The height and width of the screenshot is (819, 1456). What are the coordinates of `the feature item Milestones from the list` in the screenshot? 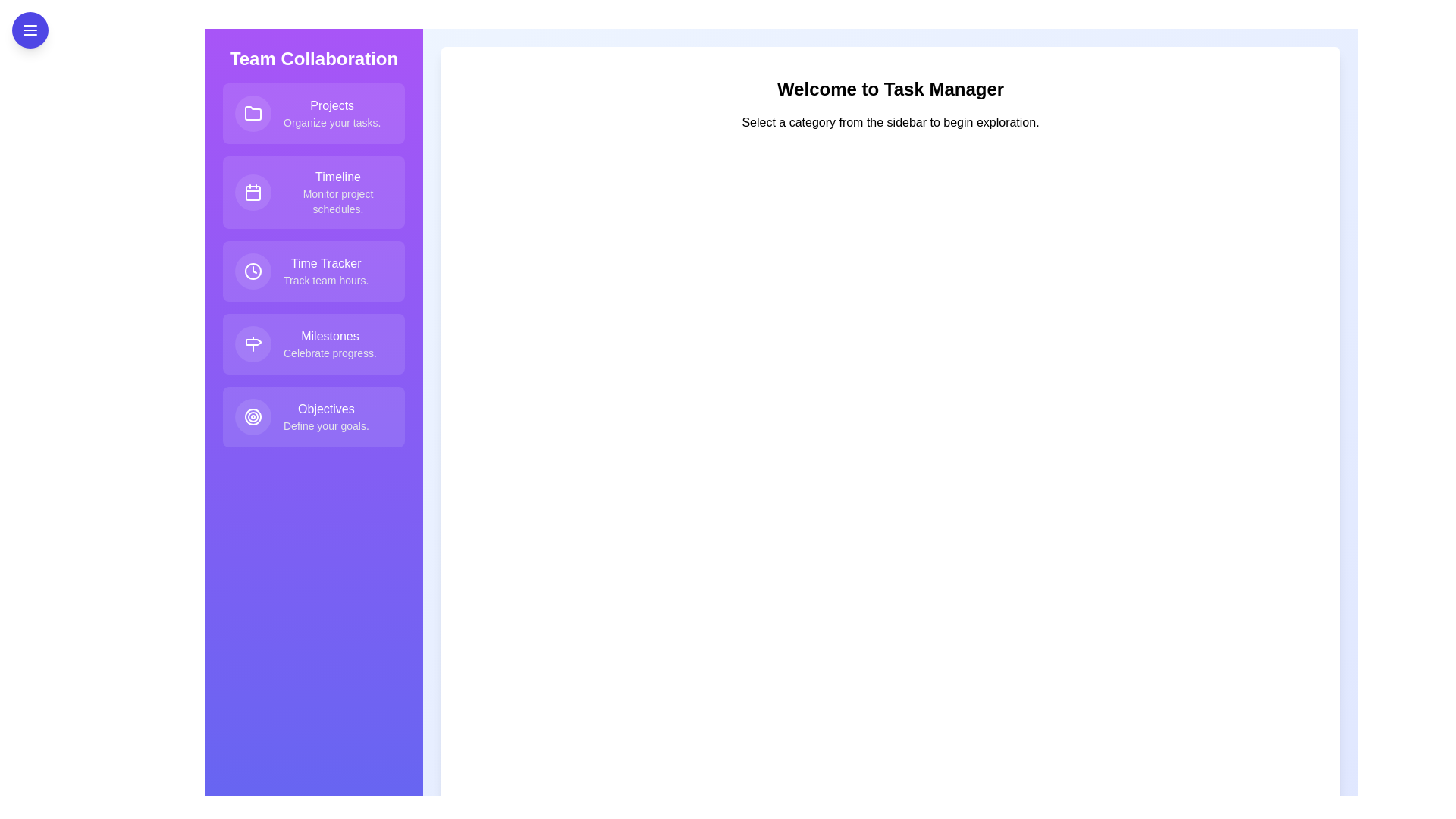 It's located at (312, 344).